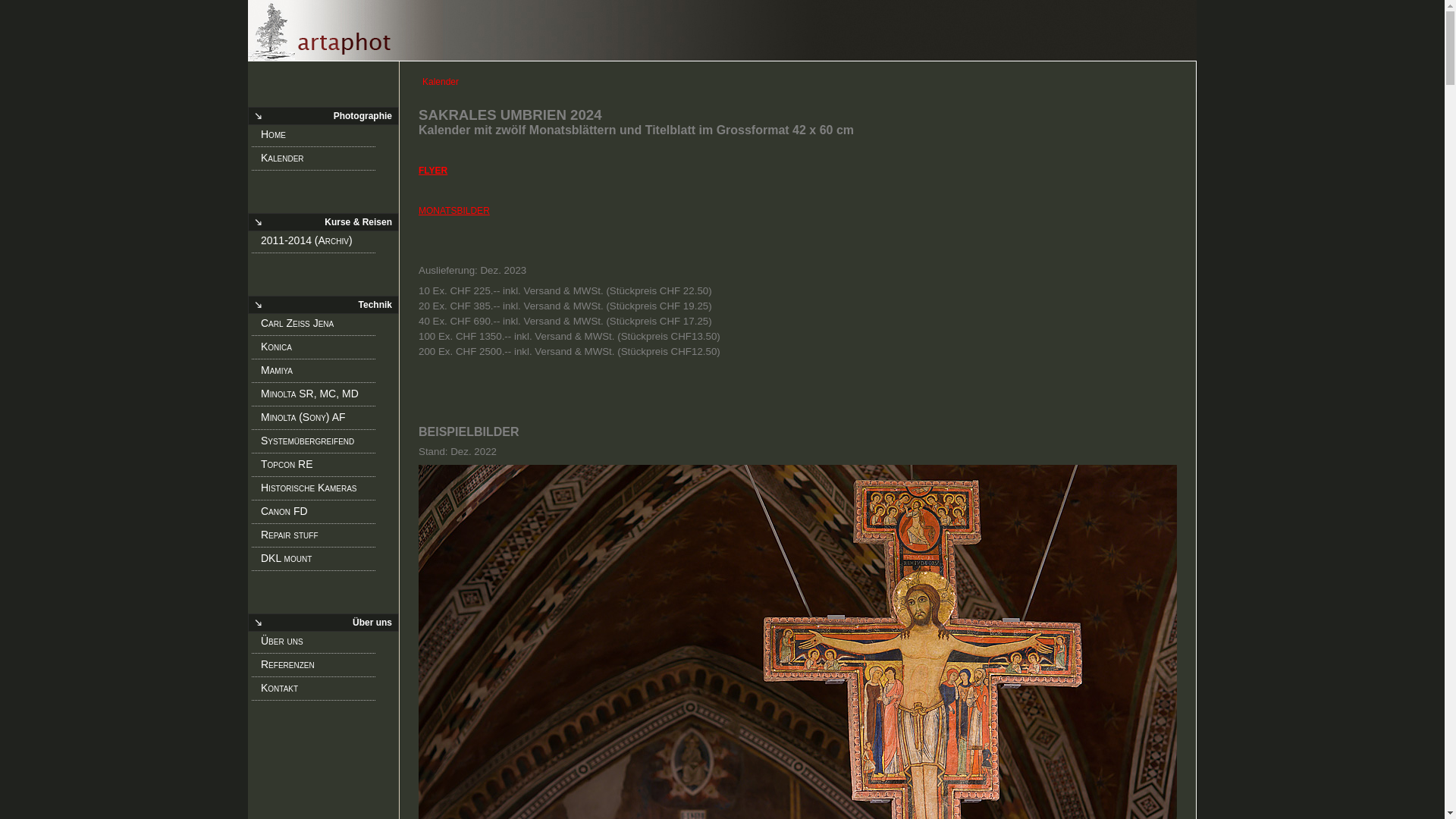 The width and height of the screenshot is (1456, 819). What do you see at coordinates (318, 350) in the screenshot?
I see `'Konica'` at bounding box center [318, 350].